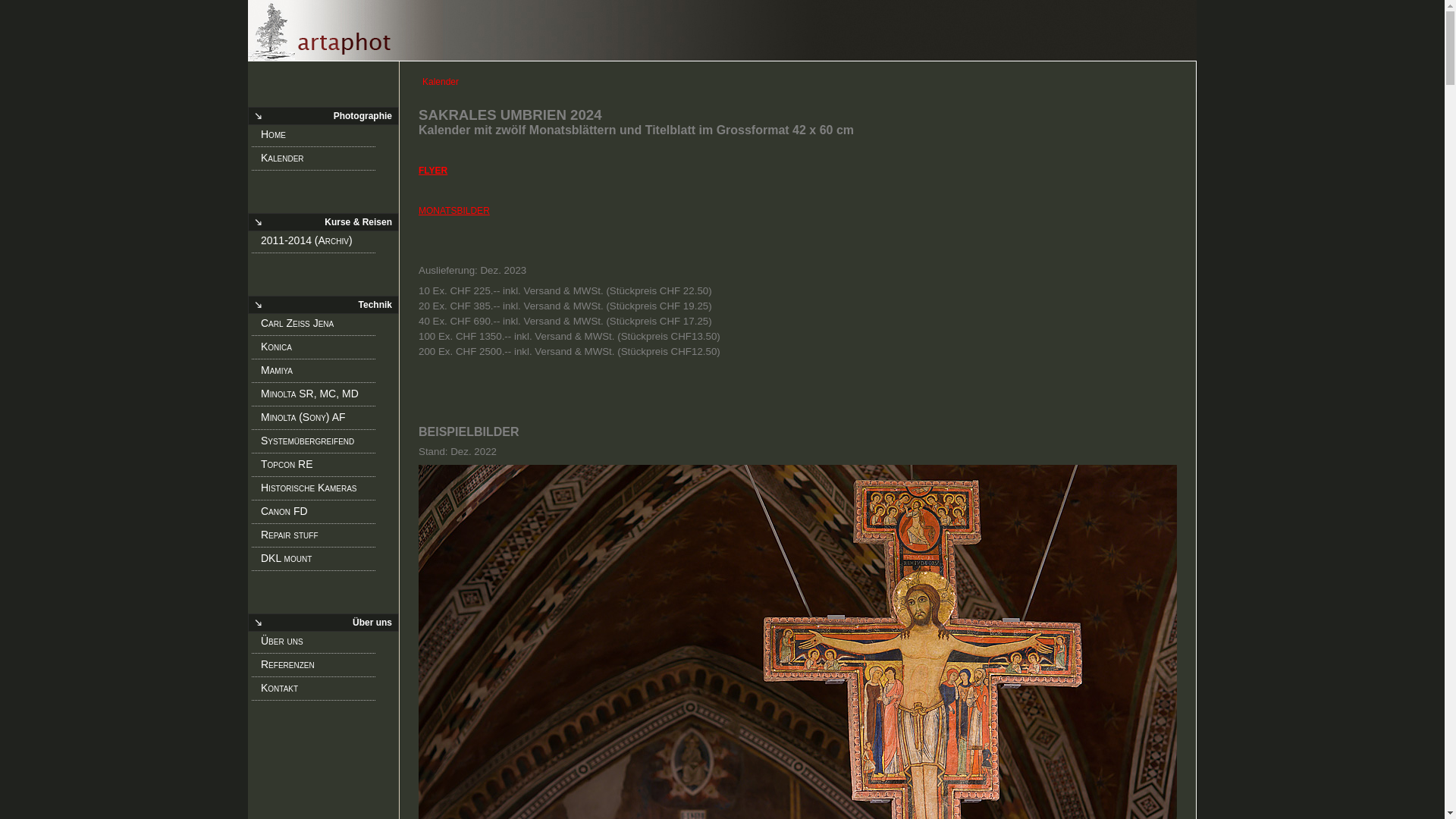 The width and height of the screenshot is (1456, 819). What do you see at coordinates (318, 350) in the screenshot?
I see `'Konica'` at bounding box center [318, 350].